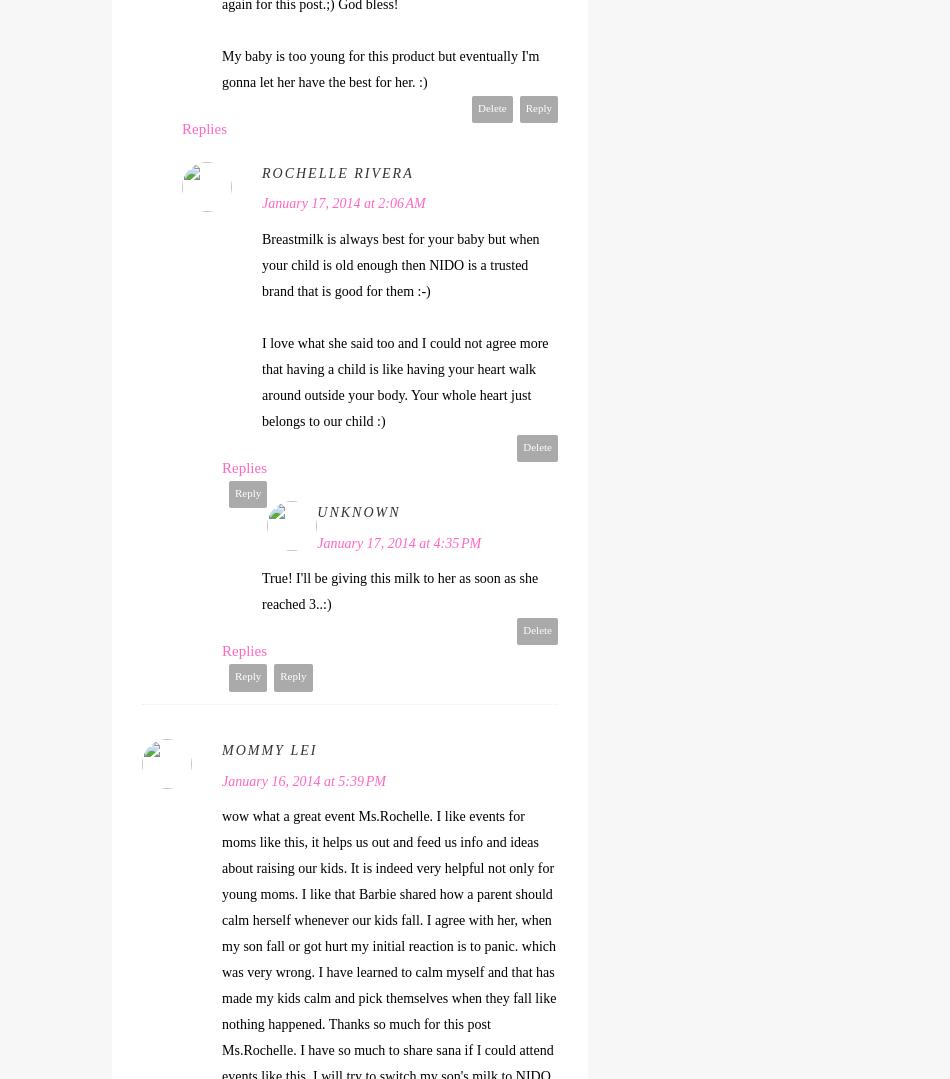 This screenshot has height=1079, width=950. I want to click on 'Rochelle Rivera', so click(336, 172).